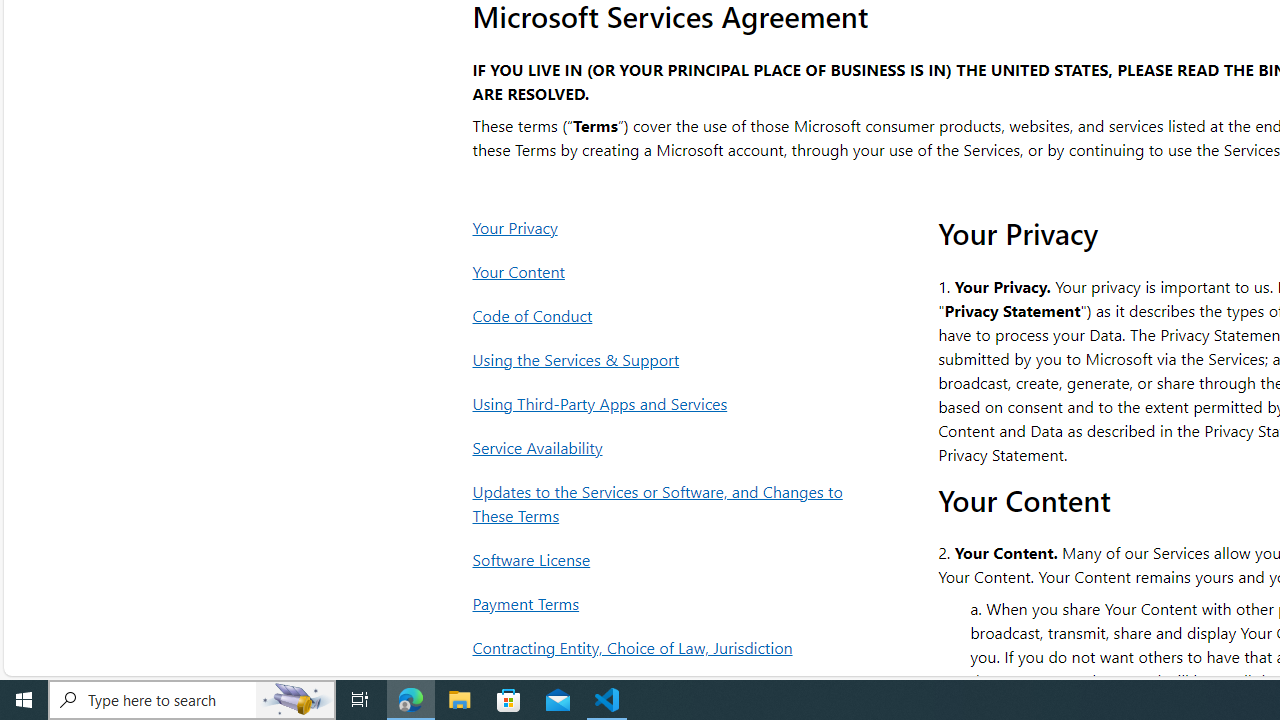 This screenshot has height=720, width=1280. I want to click on 'Service Availability', so click(663, 446).